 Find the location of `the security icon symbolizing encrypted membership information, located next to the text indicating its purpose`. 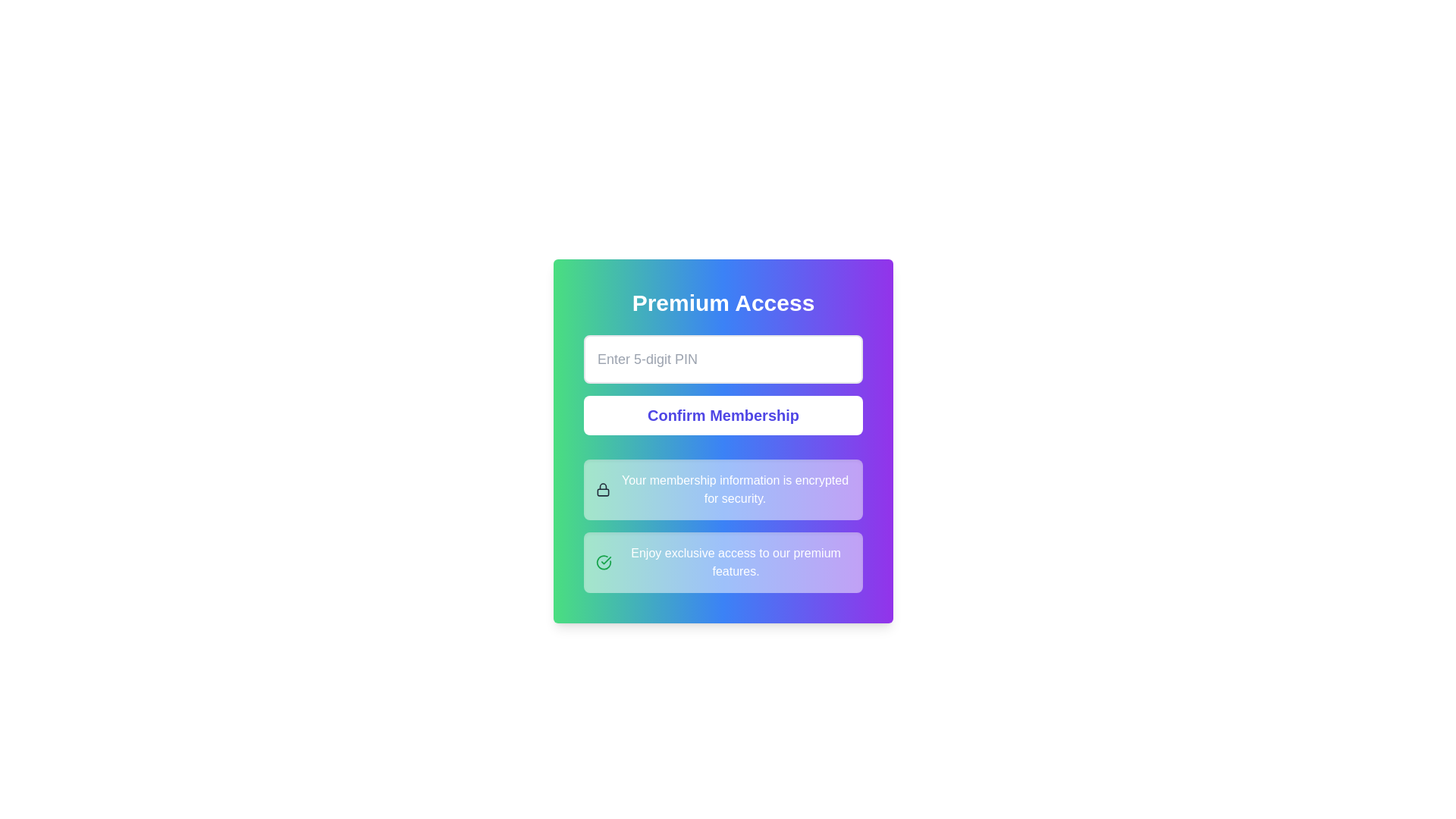

the security icon symbolizing encrypted membership information, located next to the text indicating its purpose is located at coordinates (602, 489).